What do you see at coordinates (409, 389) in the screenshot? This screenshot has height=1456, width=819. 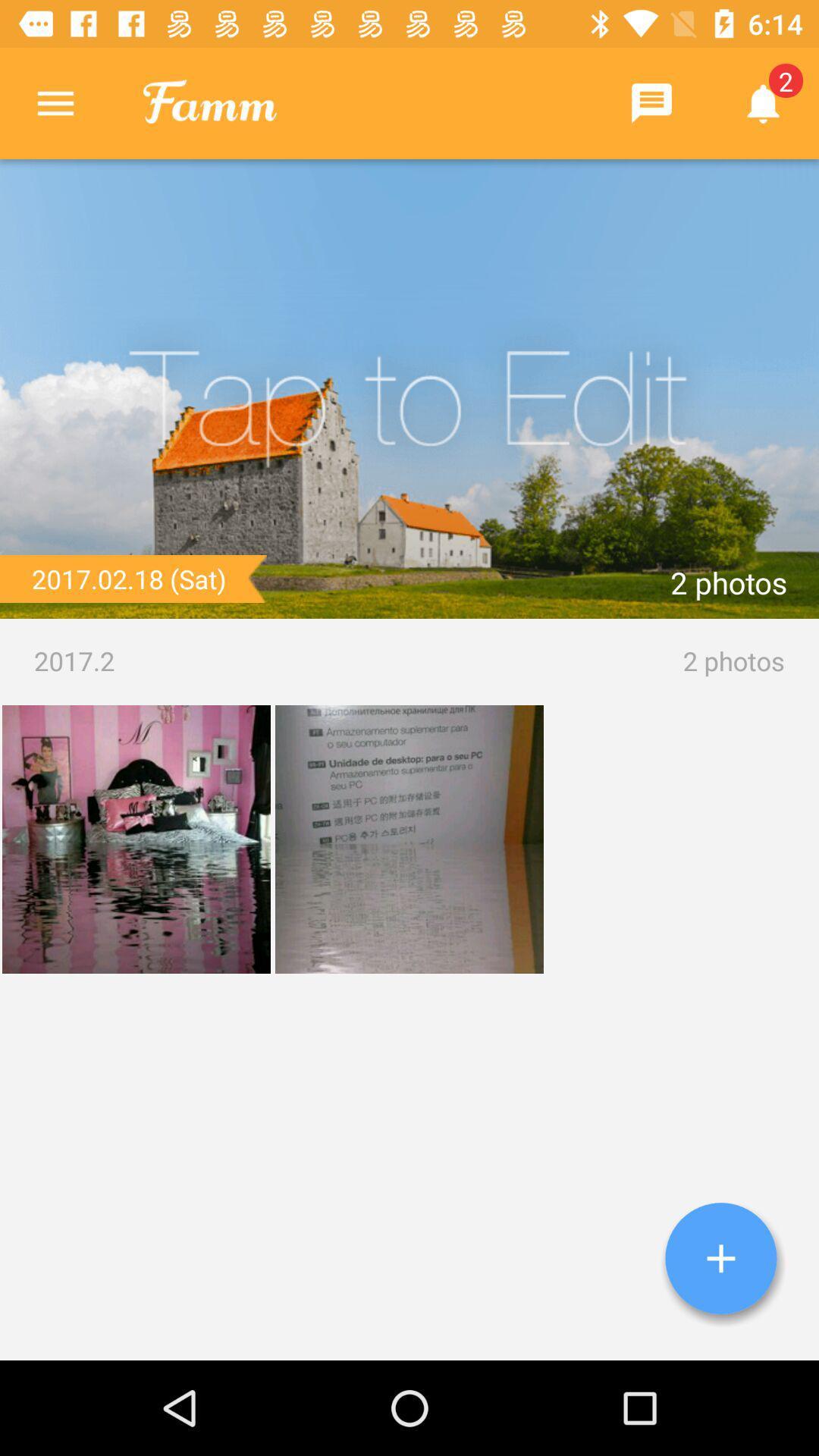 I see `icon above the 2017.2 item` at bounding box center [409, 389].